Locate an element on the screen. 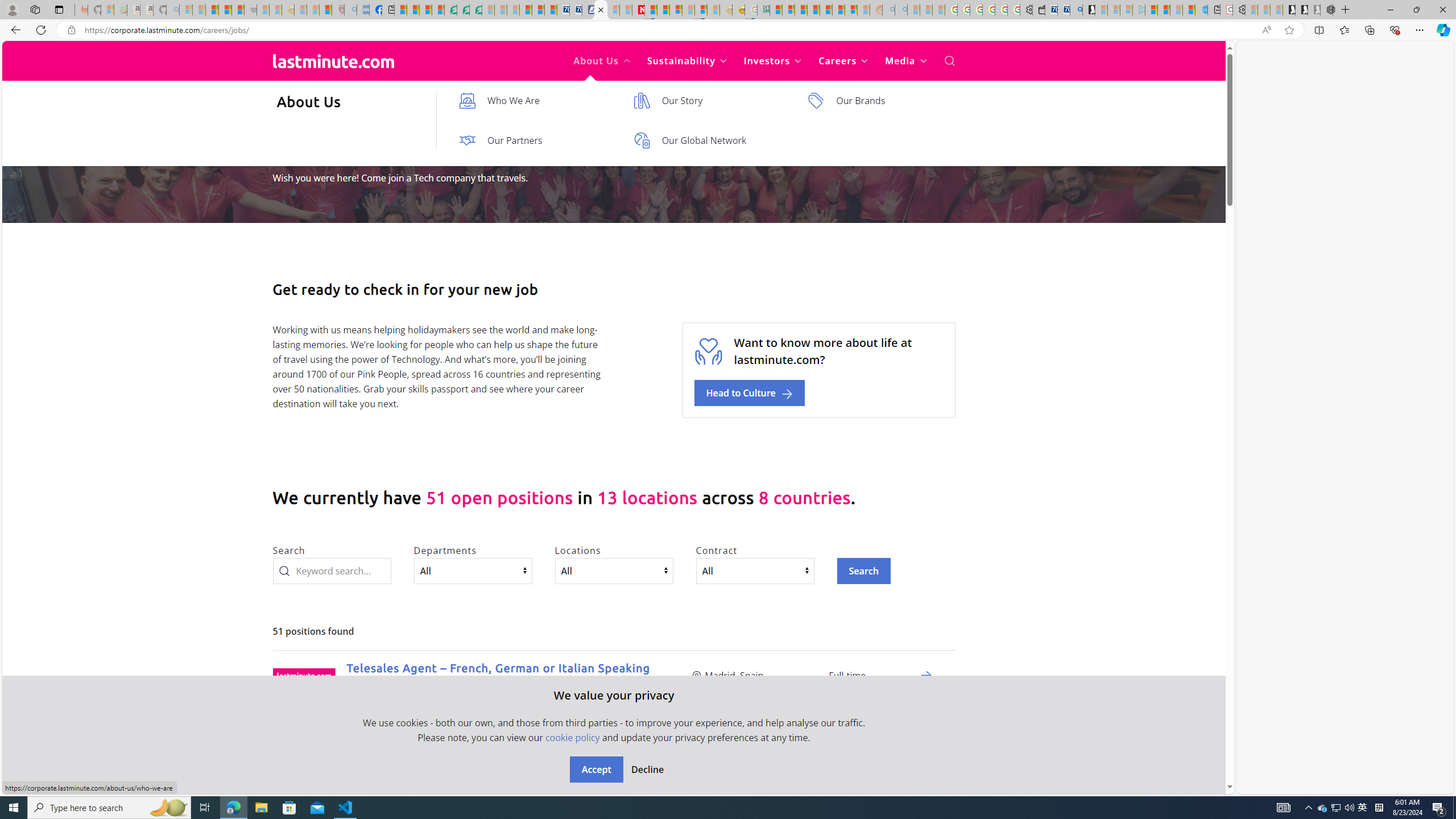 The image size is (1456, 819). 'Kinda Frugal - MSN' is located at coordinates (838, 9).